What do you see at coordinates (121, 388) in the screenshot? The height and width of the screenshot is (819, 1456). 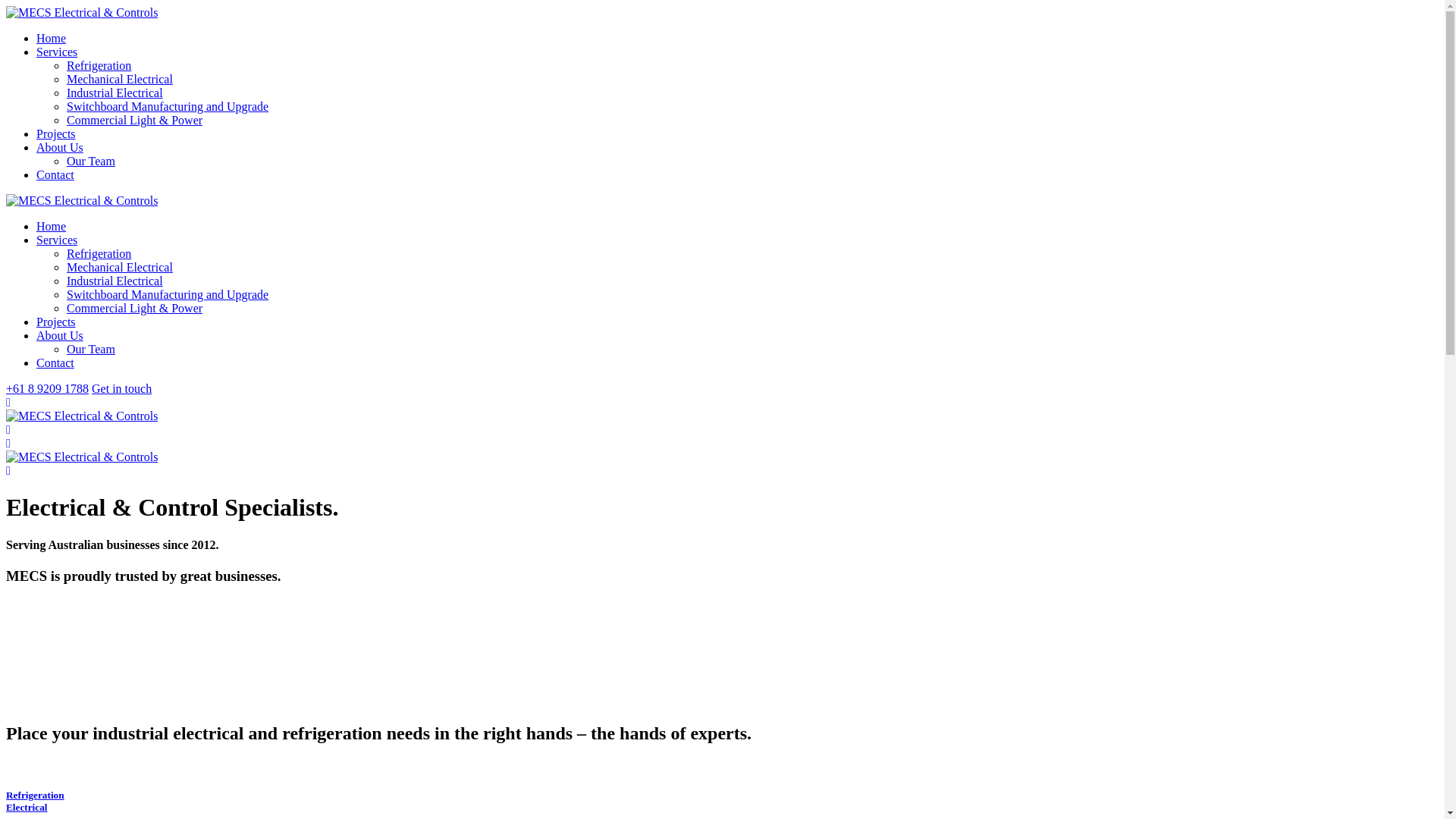 I see `'Get in touch'` at bounding box center [121, 388].